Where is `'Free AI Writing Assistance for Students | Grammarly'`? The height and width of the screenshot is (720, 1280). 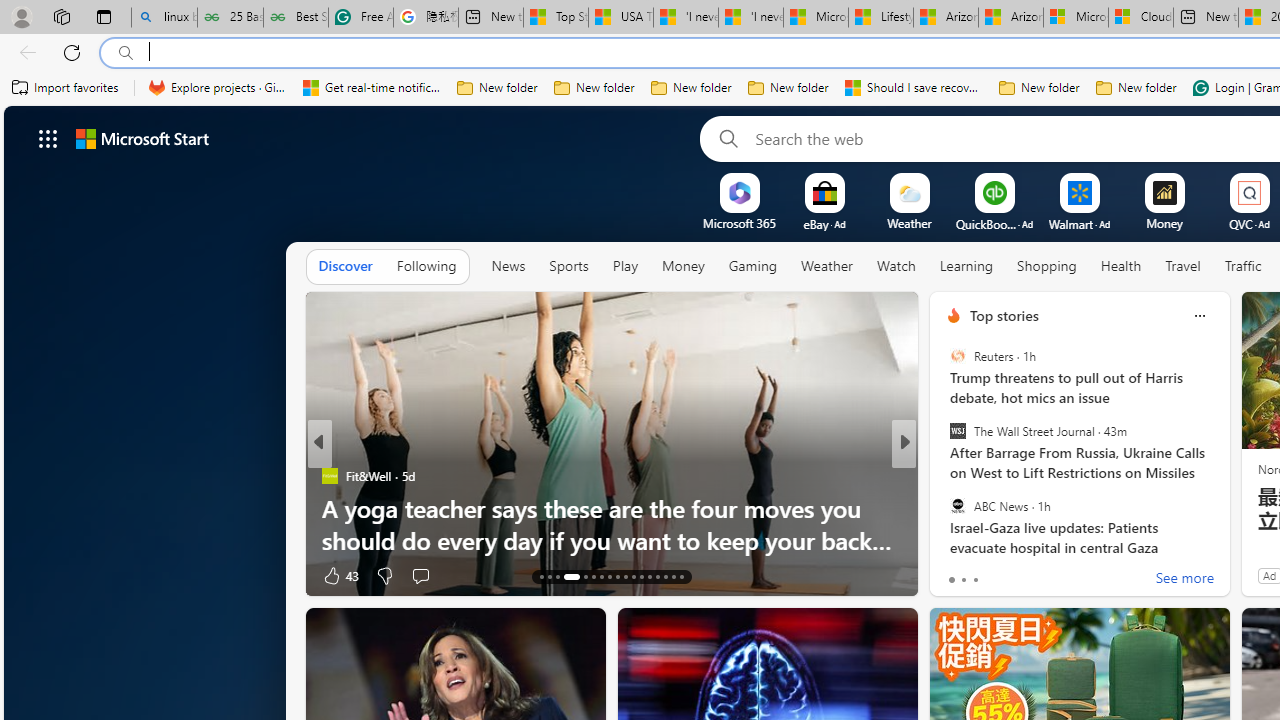 'Free AI Writing Assistance for Students | Grammarly' is located at coordinates (360, 17).